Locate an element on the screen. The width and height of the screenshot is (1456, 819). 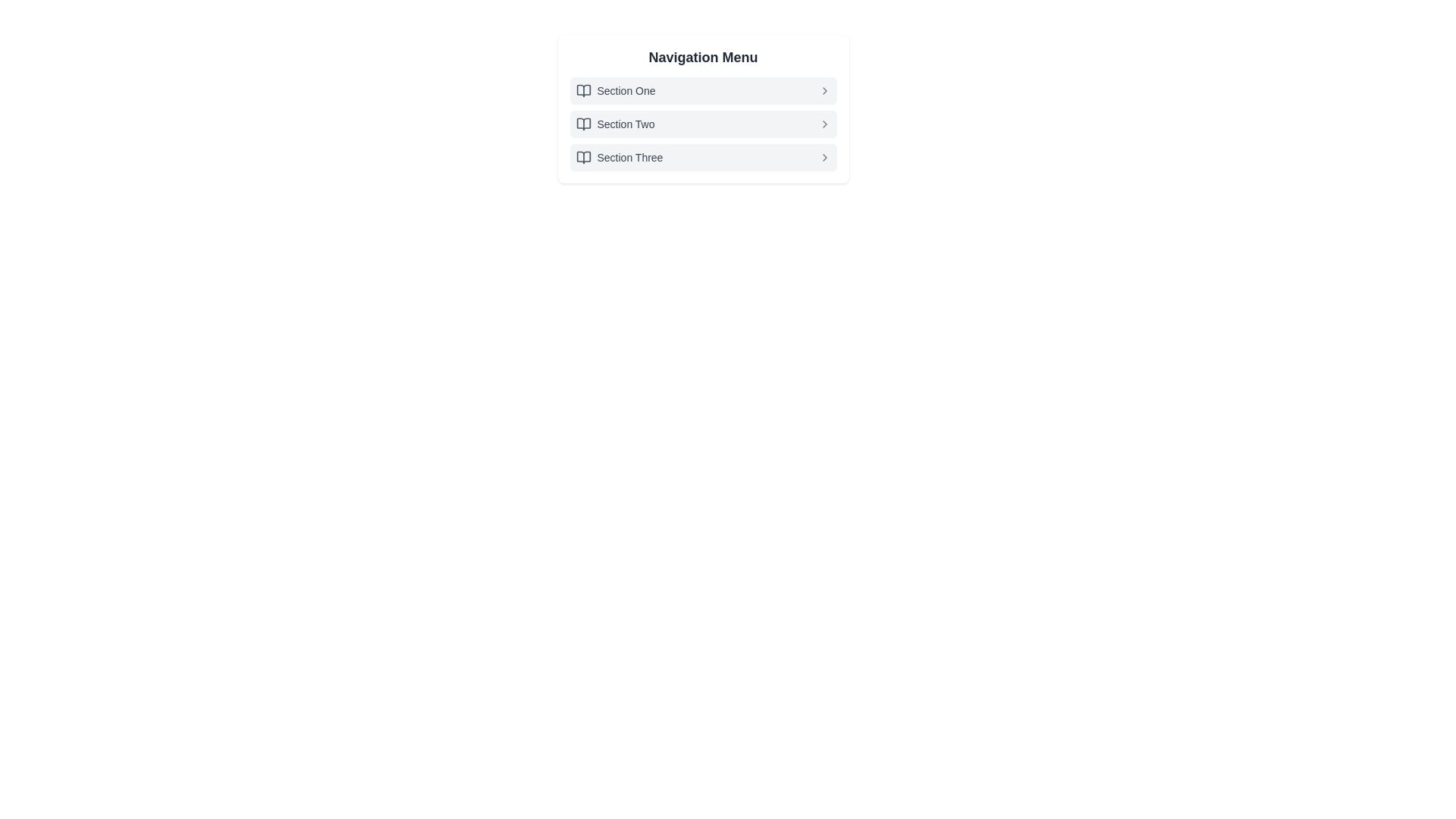
the small right-facing chevron icon in the navigation menu at the far right of 'Section One' is located at coordinates (824, 90).